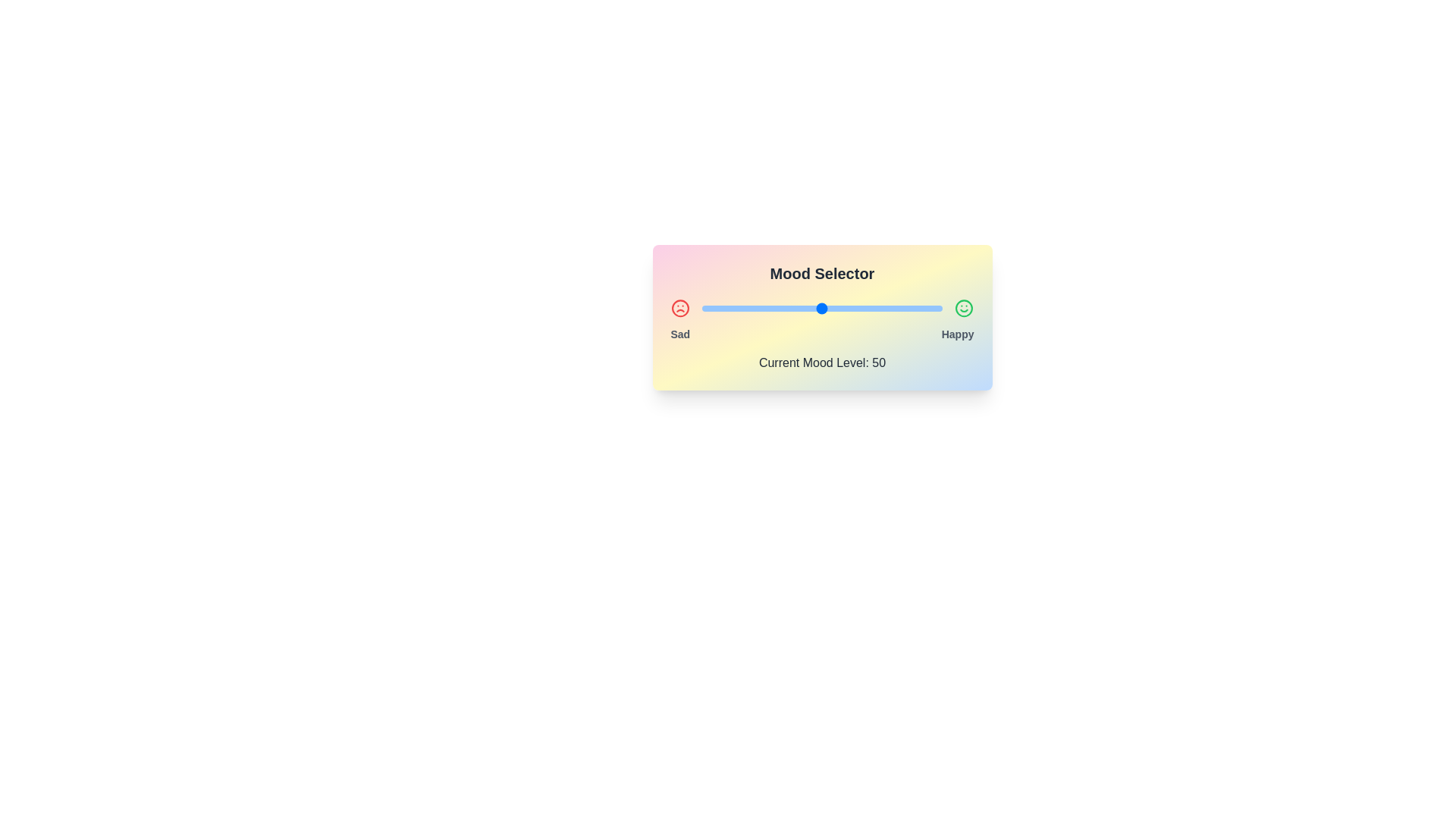 This screenshot has height=819, width=1456. What do you see at coordinates (819, 308) in the screenshot?
I see `the mood level to 49 by interacting with the slider` at bounding box center [819, 308].